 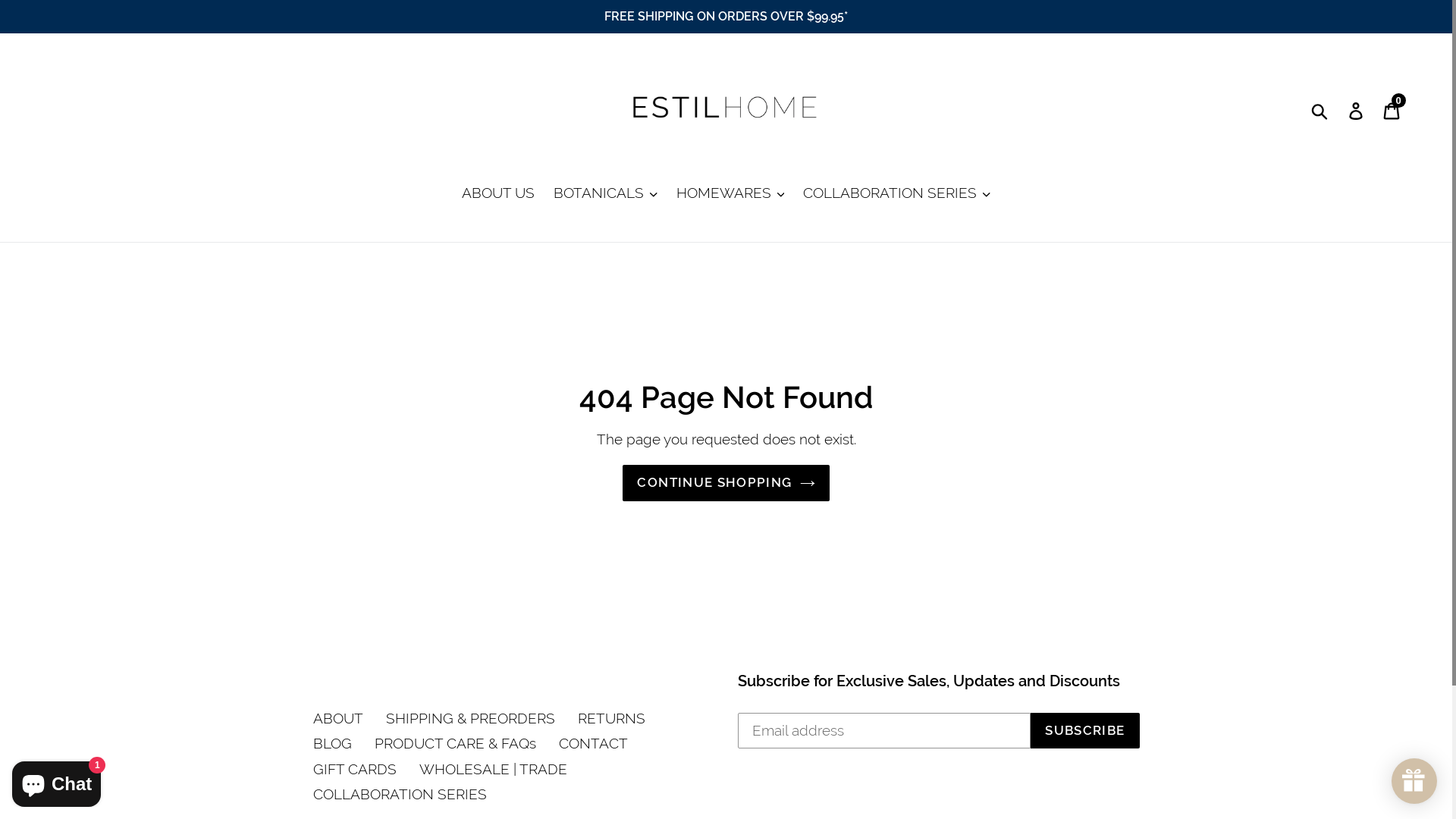 I want to click on 'RETURNS', so click(x=611, y=717).